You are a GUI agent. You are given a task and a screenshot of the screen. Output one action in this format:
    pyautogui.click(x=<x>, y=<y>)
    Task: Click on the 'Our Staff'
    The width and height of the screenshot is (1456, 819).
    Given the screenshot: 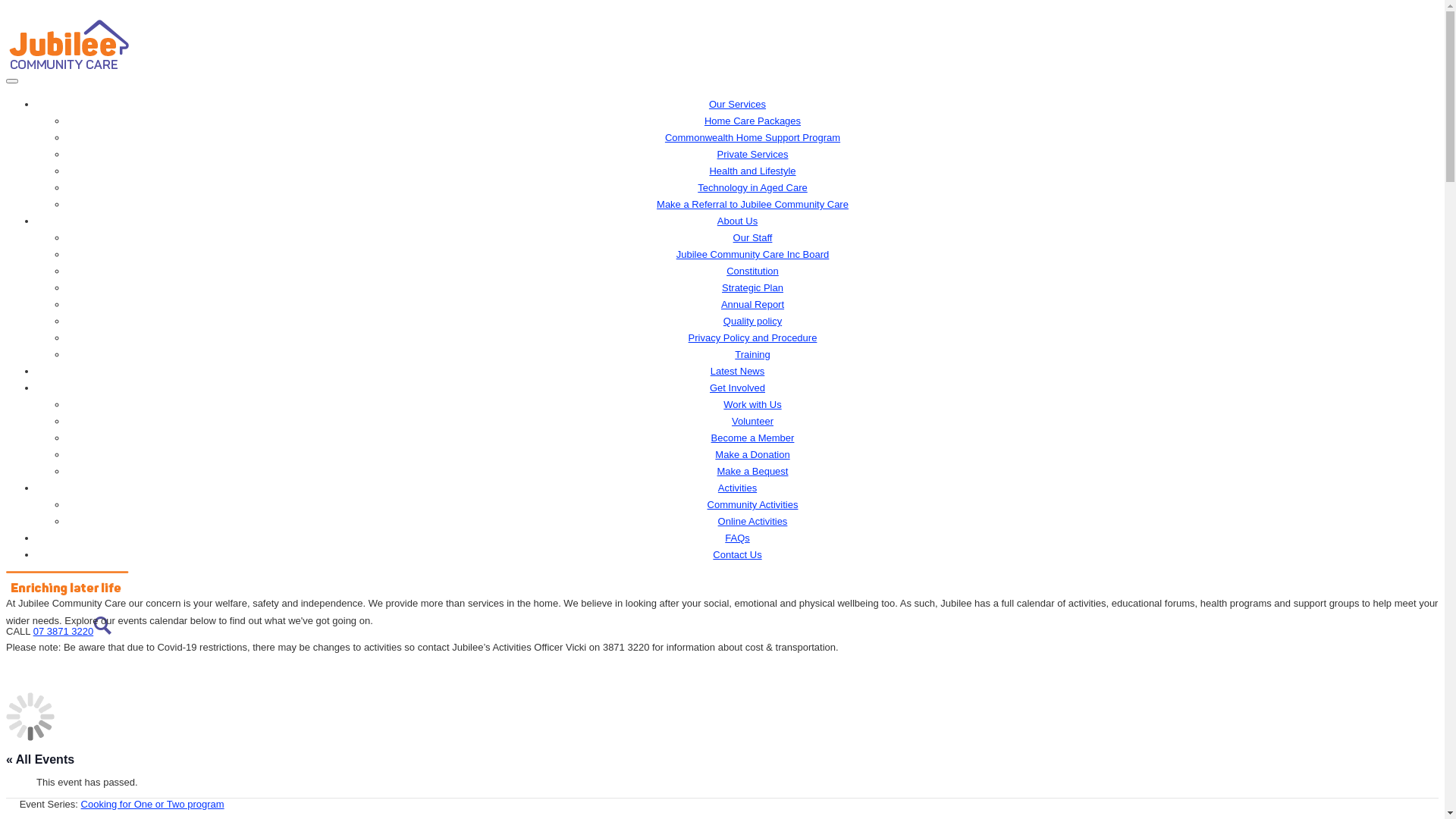 What is the action you would take?
    pyautogui.click(x=753, y=237)
    